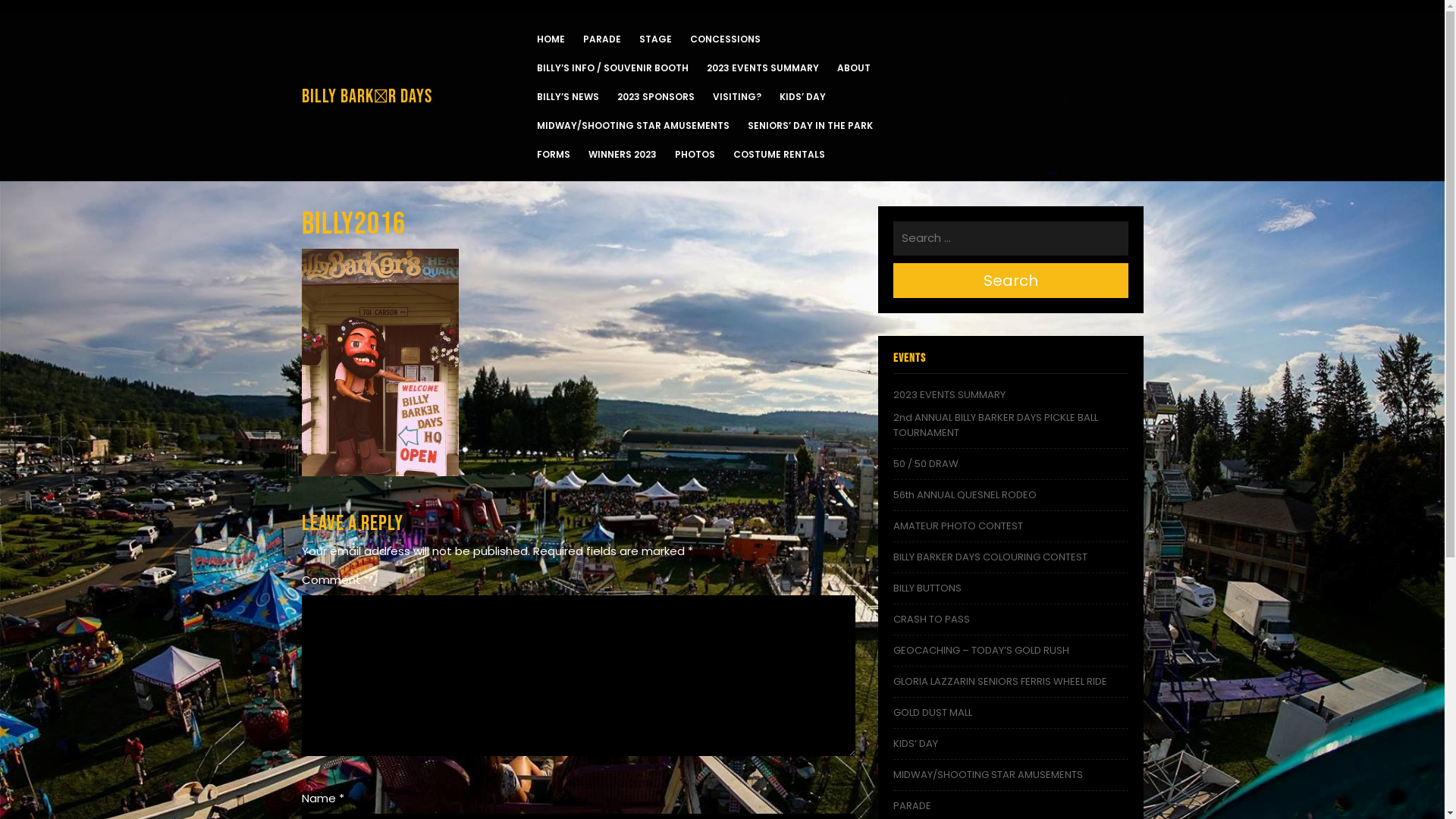  Describe the element at coordinates (655, 96) in the screenshot. I see `'2023 SPONSORS'` at that location.